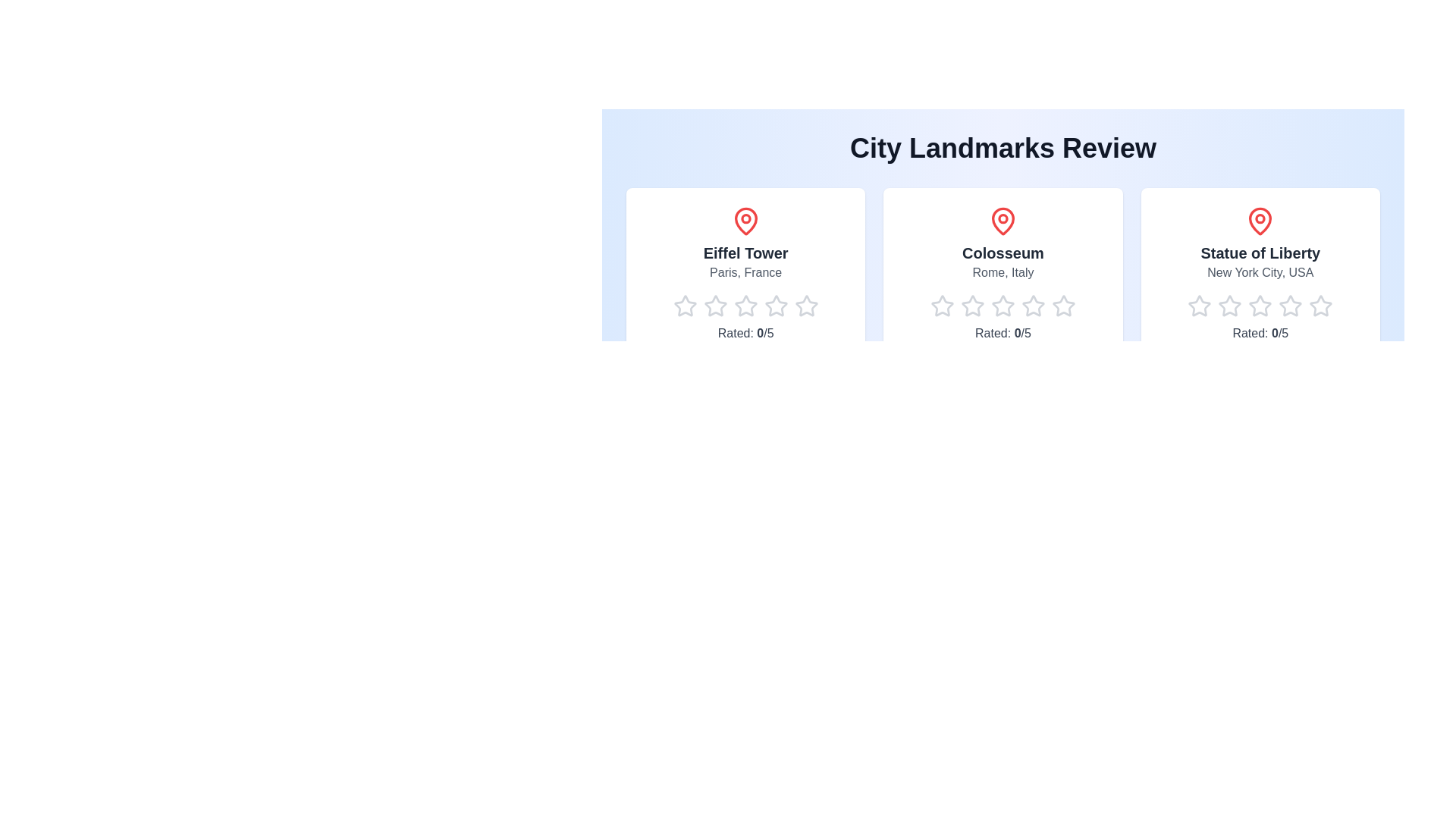 This screenshot has width=1456, height=819. What do you see at coordinates (960, 306) in the screenshot?
I see `the star corresponding to 2 for the landmark Colosseum` at bounding box center [960, 306].